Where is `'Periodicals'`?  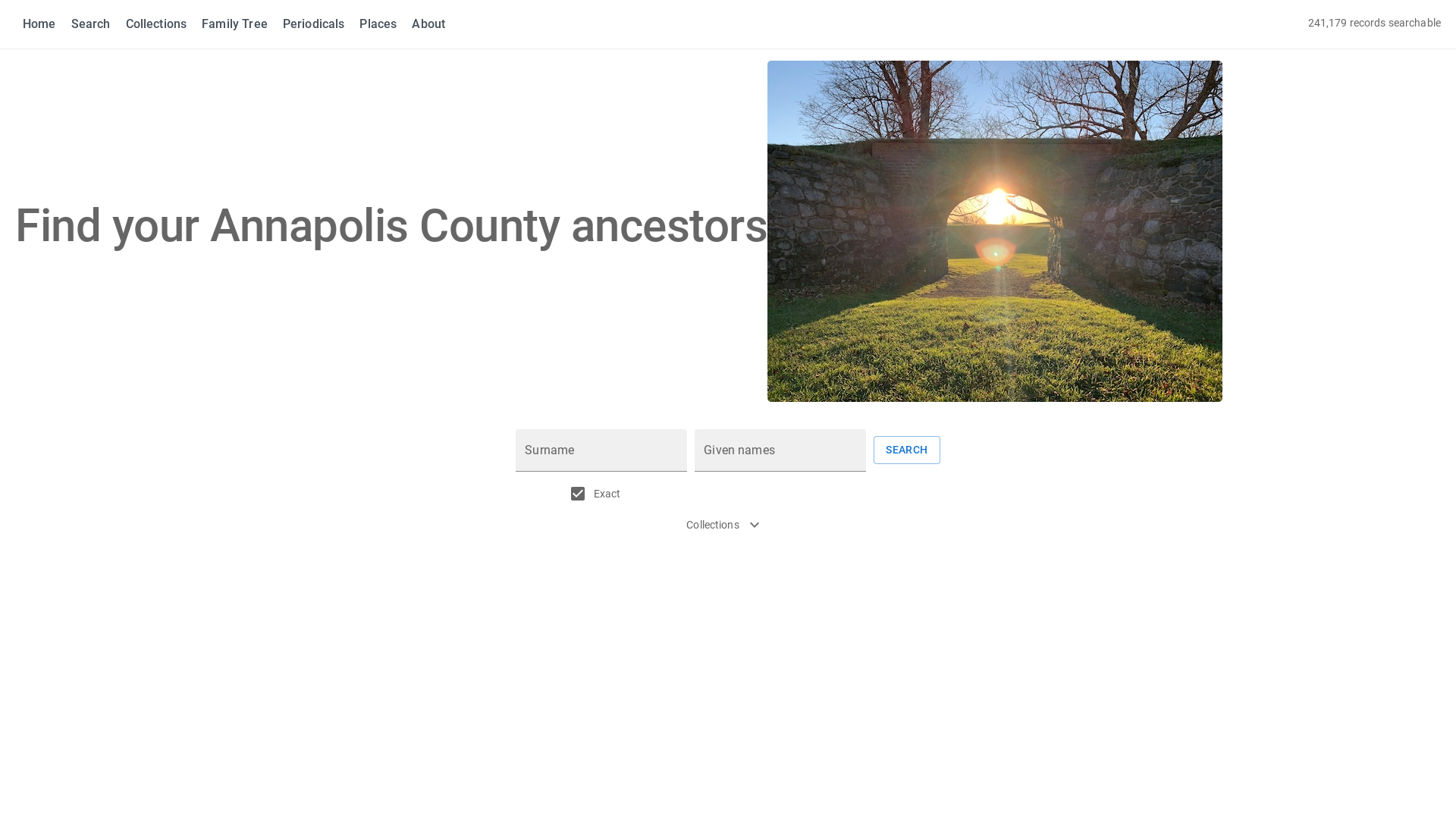 'Periodicals' is located at coordinates (283, 24).